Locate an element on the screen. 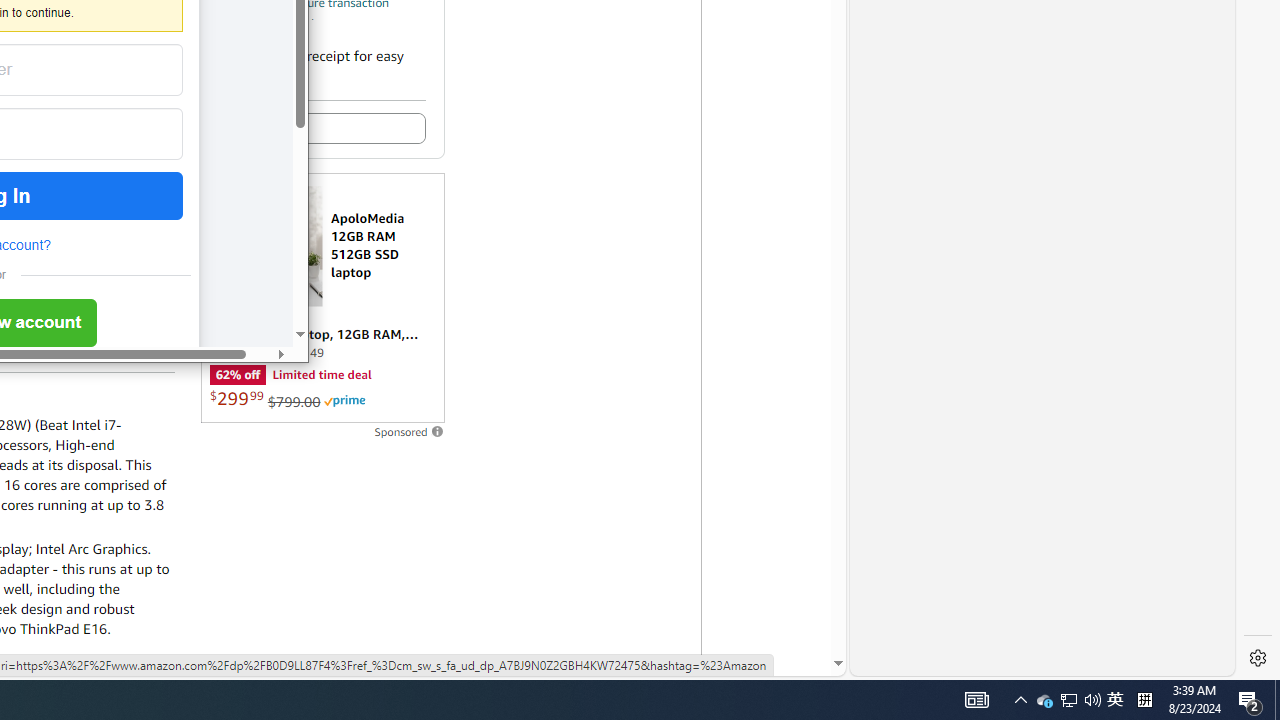 The width and height of the screenshot is (1280, 720). 'Prime' is located at coordinates (344, 401).